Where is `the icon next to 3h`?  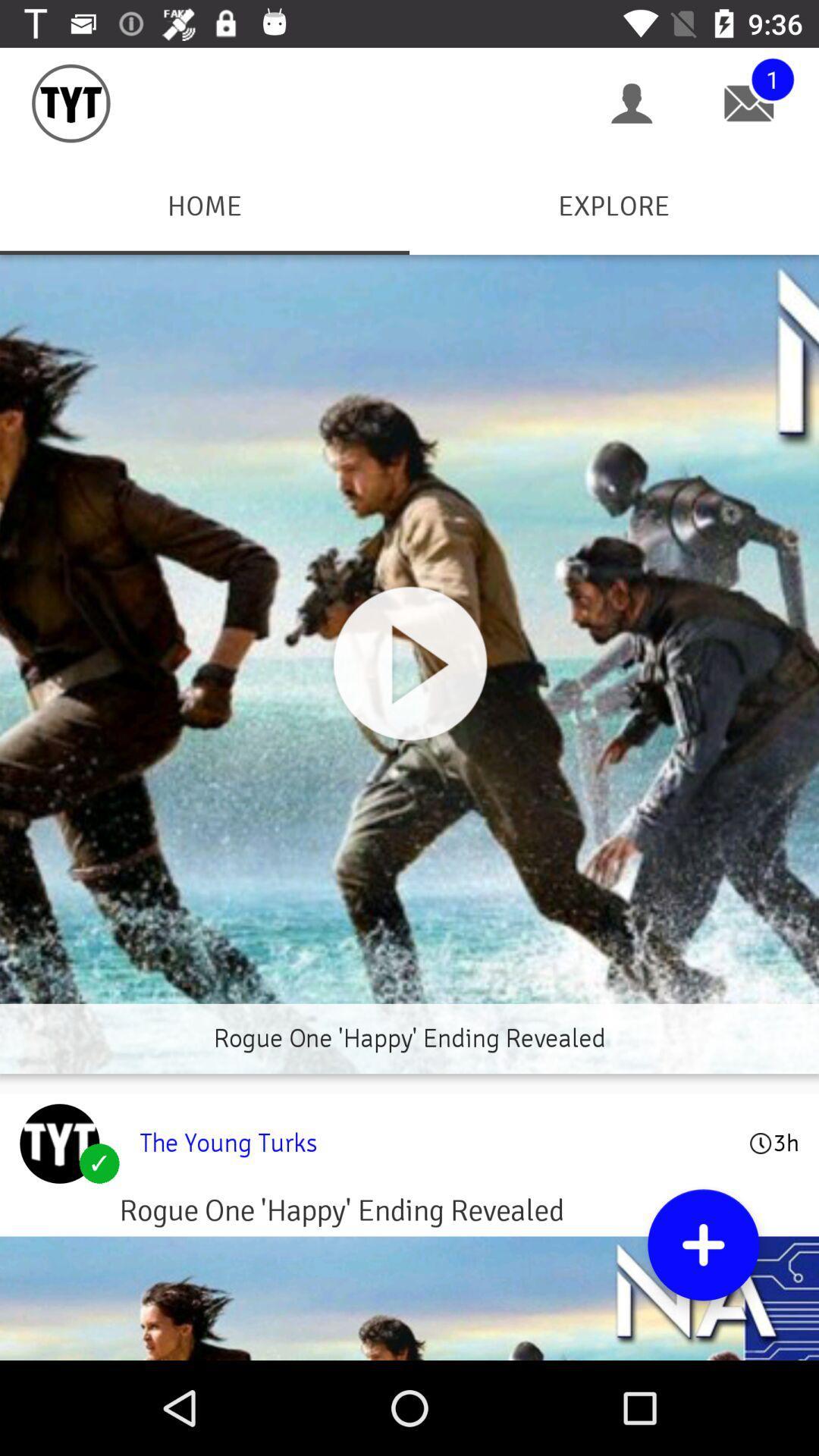
the icon next to 3h is located at coordinates (435, 1143).